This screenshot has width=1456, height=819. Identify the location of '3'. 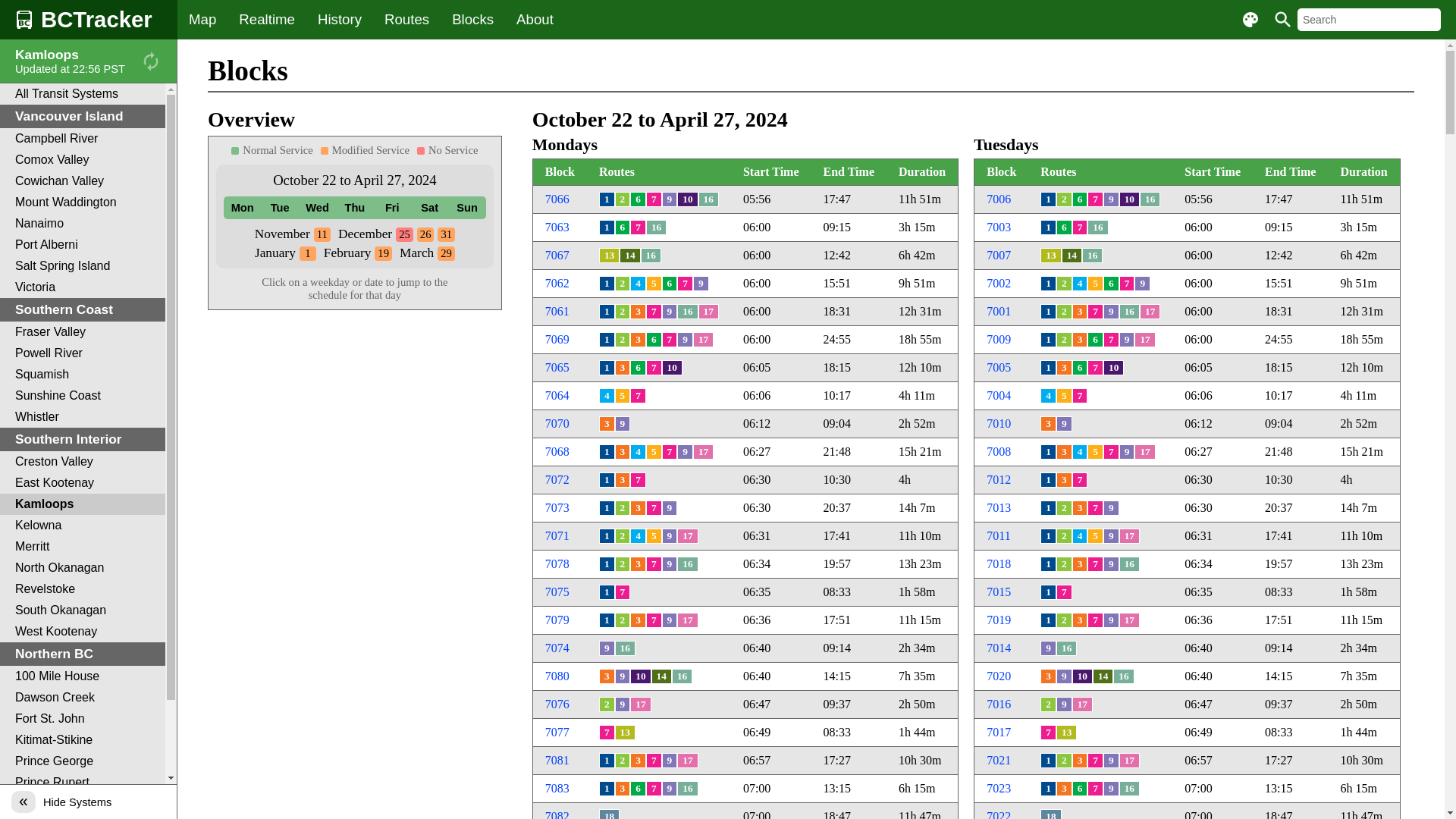
(623, 368).